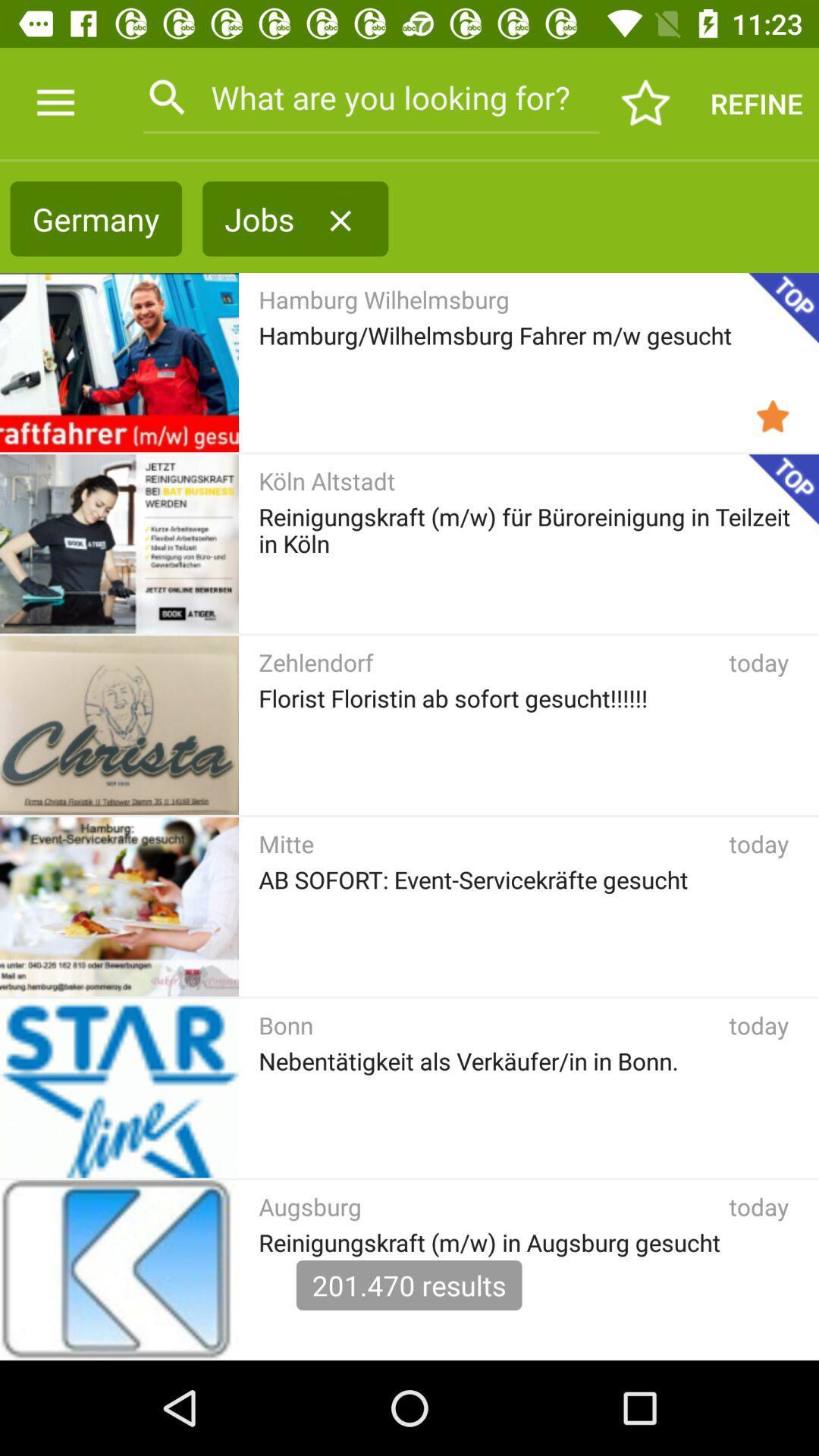  What do you see at coordinates (646, 102) in the screenshot?
I see `icon to the left of the refine` at bounding box center [646, 102].